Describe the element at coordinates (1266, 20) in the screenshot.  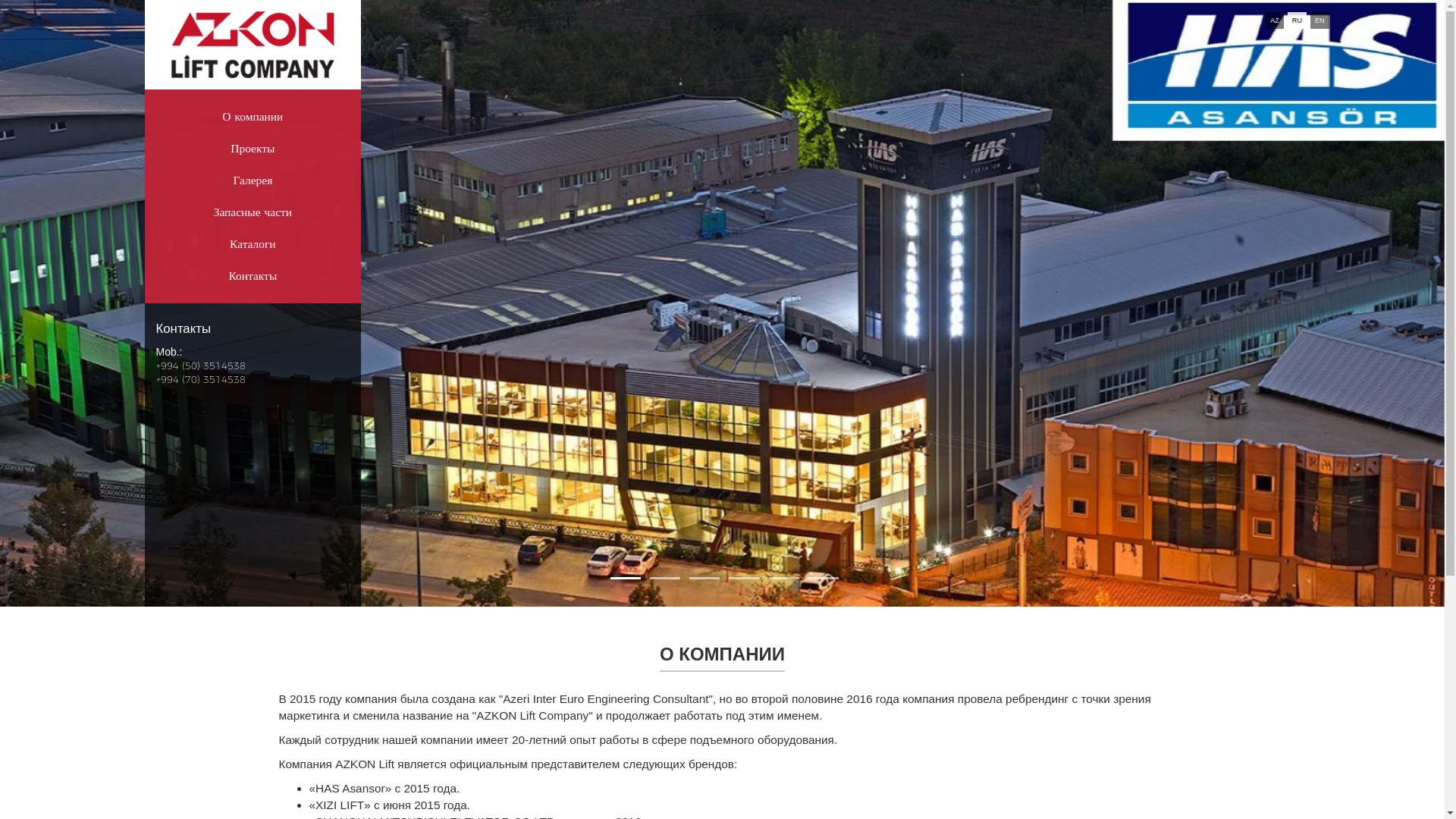
I see `'AZ'` at that location.